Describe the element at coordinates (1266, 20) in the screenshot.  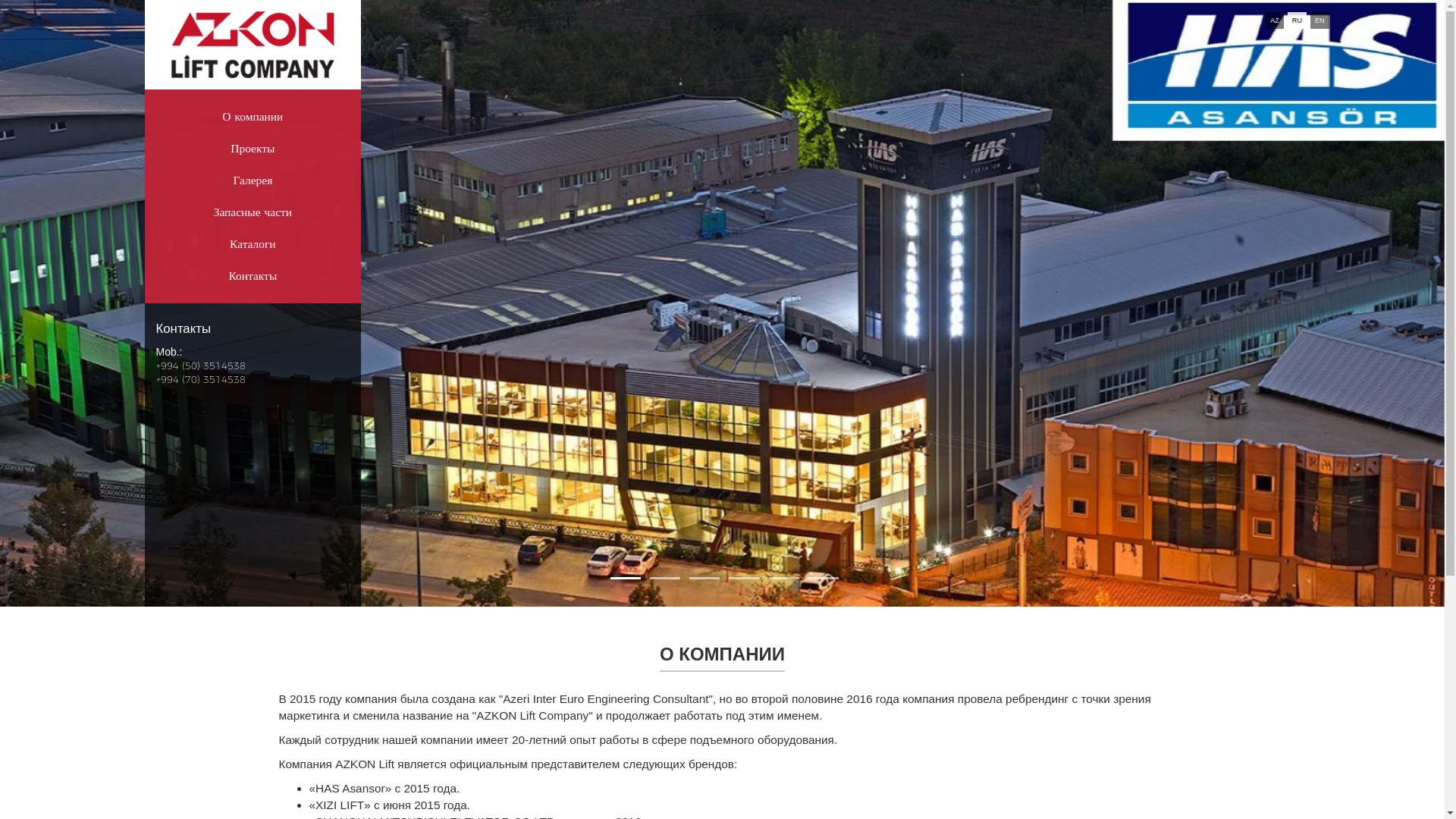
I see `'AZ'` at that location.